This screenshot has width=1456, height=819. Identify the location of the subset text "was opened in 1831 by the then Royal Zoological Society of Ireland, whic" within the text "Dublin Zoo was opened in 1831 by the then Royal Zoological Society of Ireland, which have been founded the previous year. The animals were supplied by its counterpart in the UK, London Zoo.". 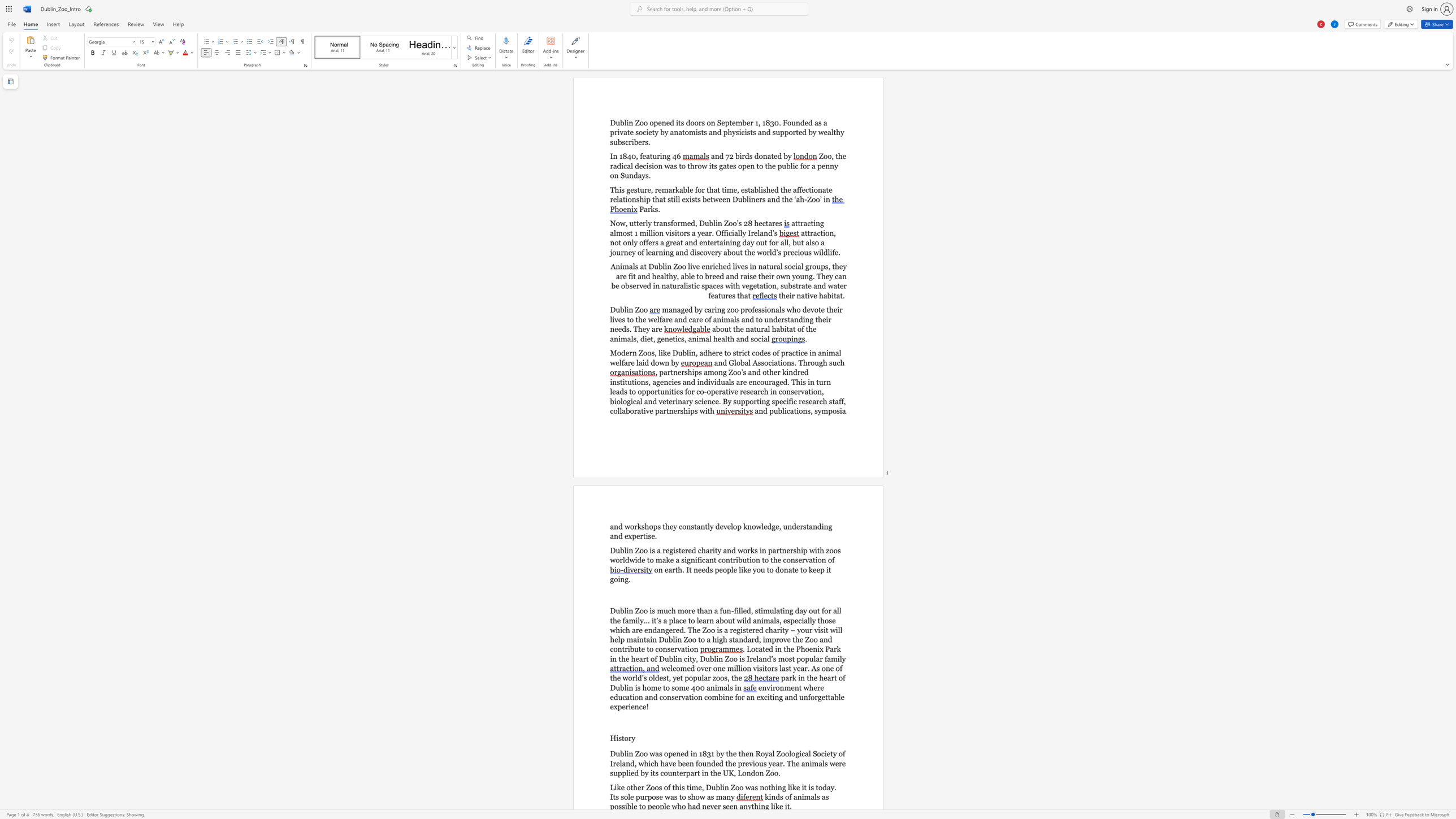
(649, 753).